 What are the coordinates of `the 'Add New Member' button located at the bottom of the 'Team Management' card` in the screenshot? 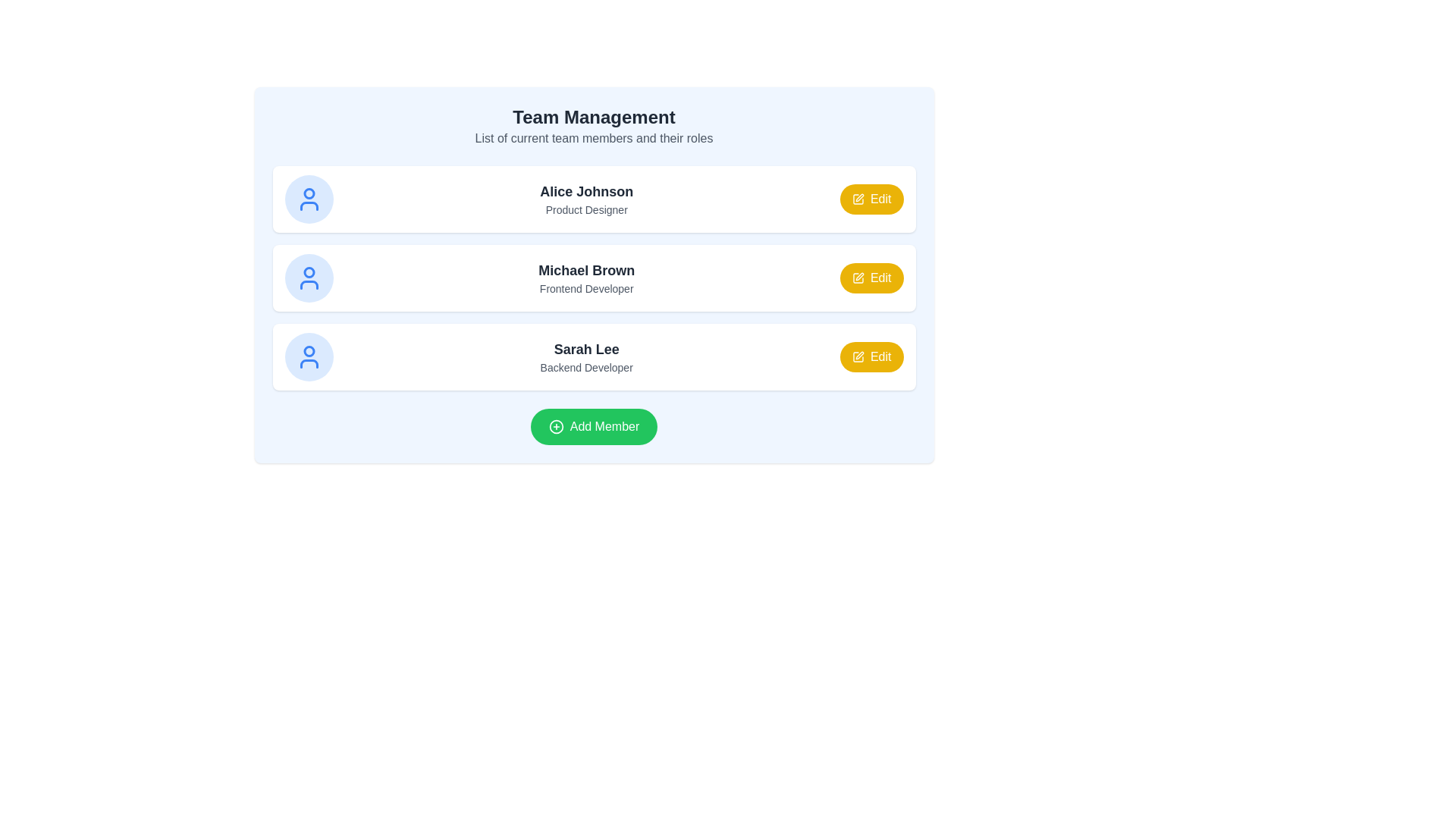 It's located at (593, 427).